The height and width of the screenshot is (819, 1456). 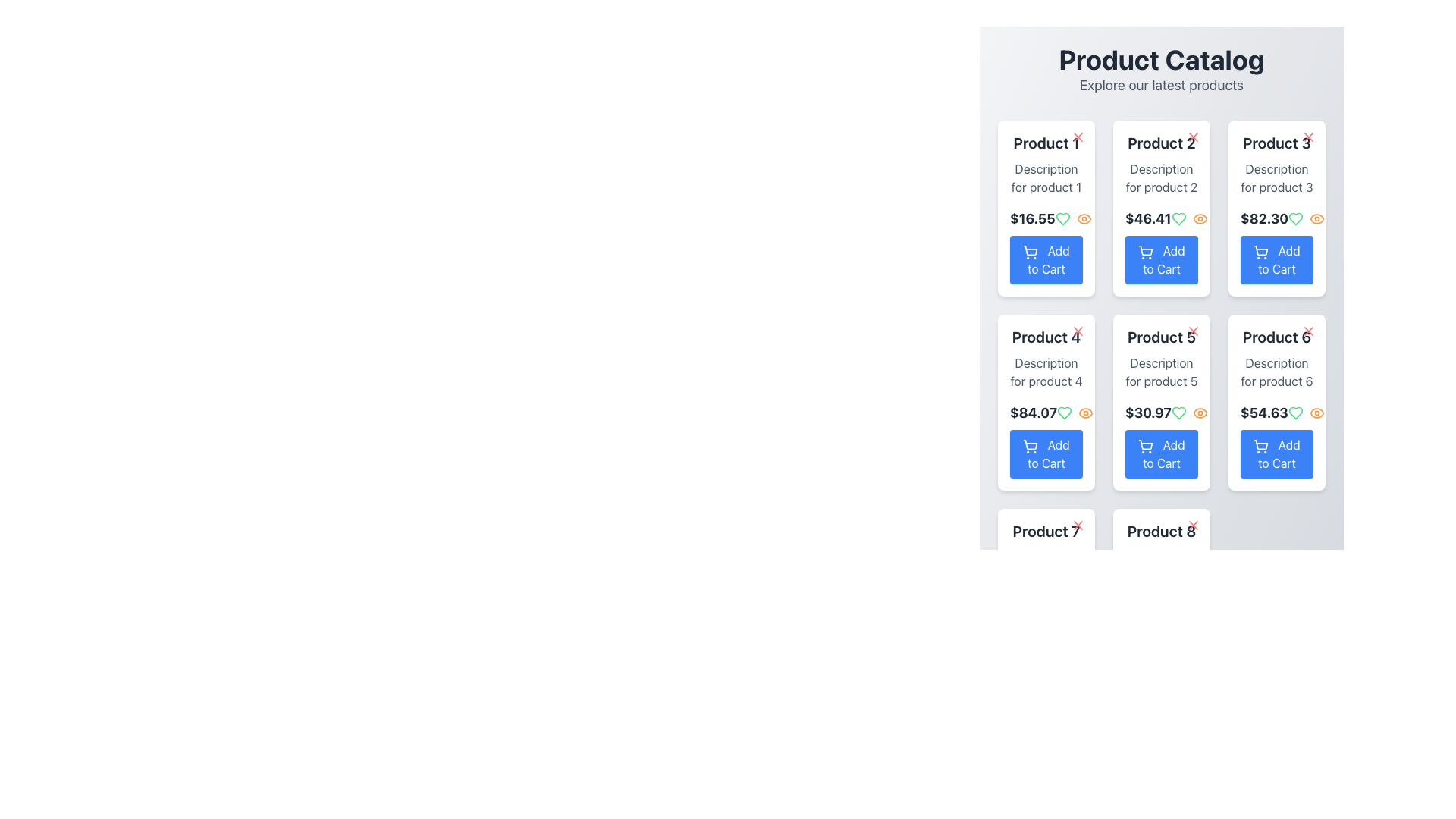 What do you see at coordinates (1261, 251) in the screenshot?
I see `the shopping cart icon within the 'Add to Cart' button of the third product card in the first row of the product catalog` at bounding box center [1261, 251].